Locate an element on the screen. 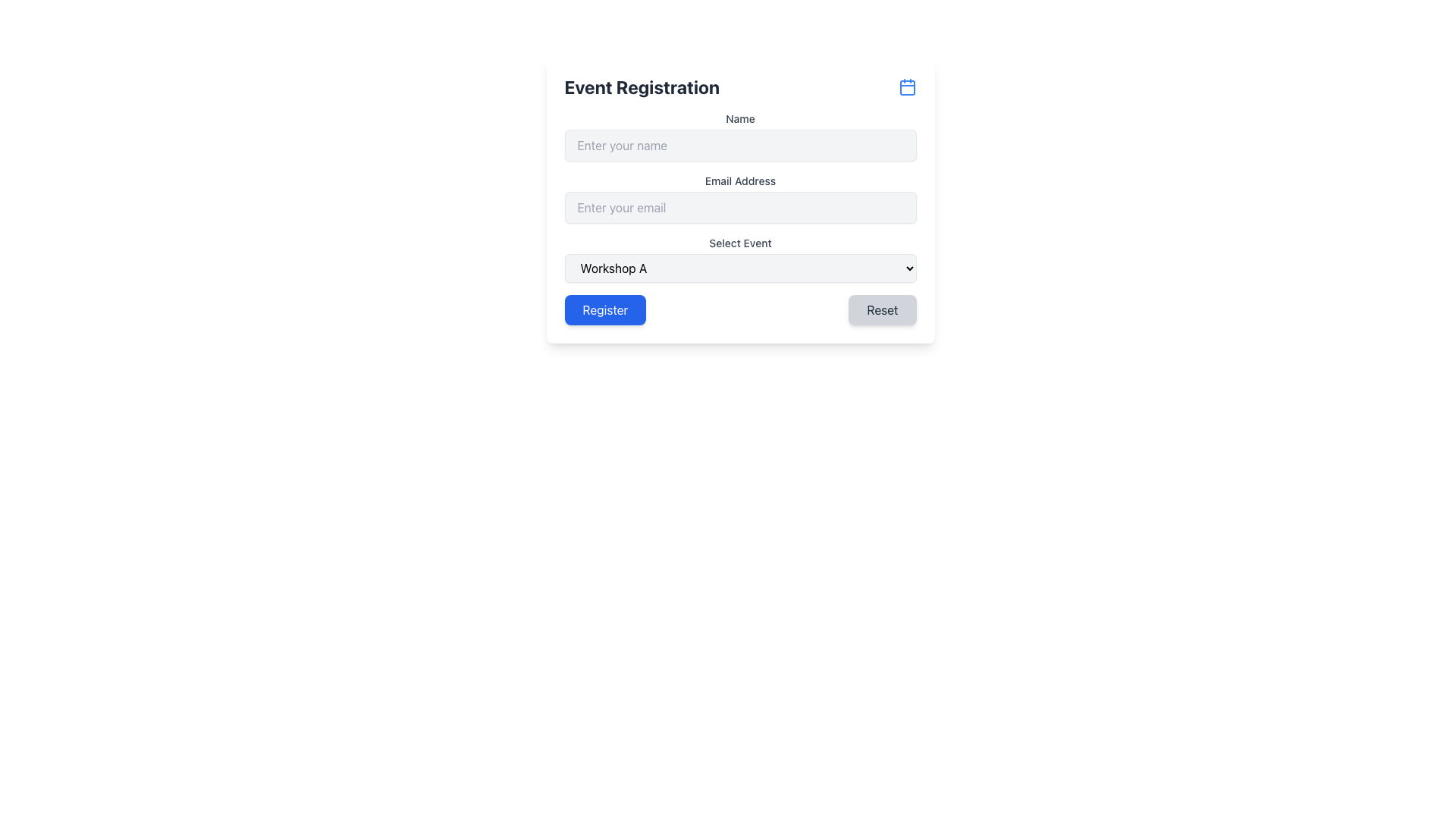  the name input field directly below the 'Event Registration' title to focus it is located at coordinates (740, 136).